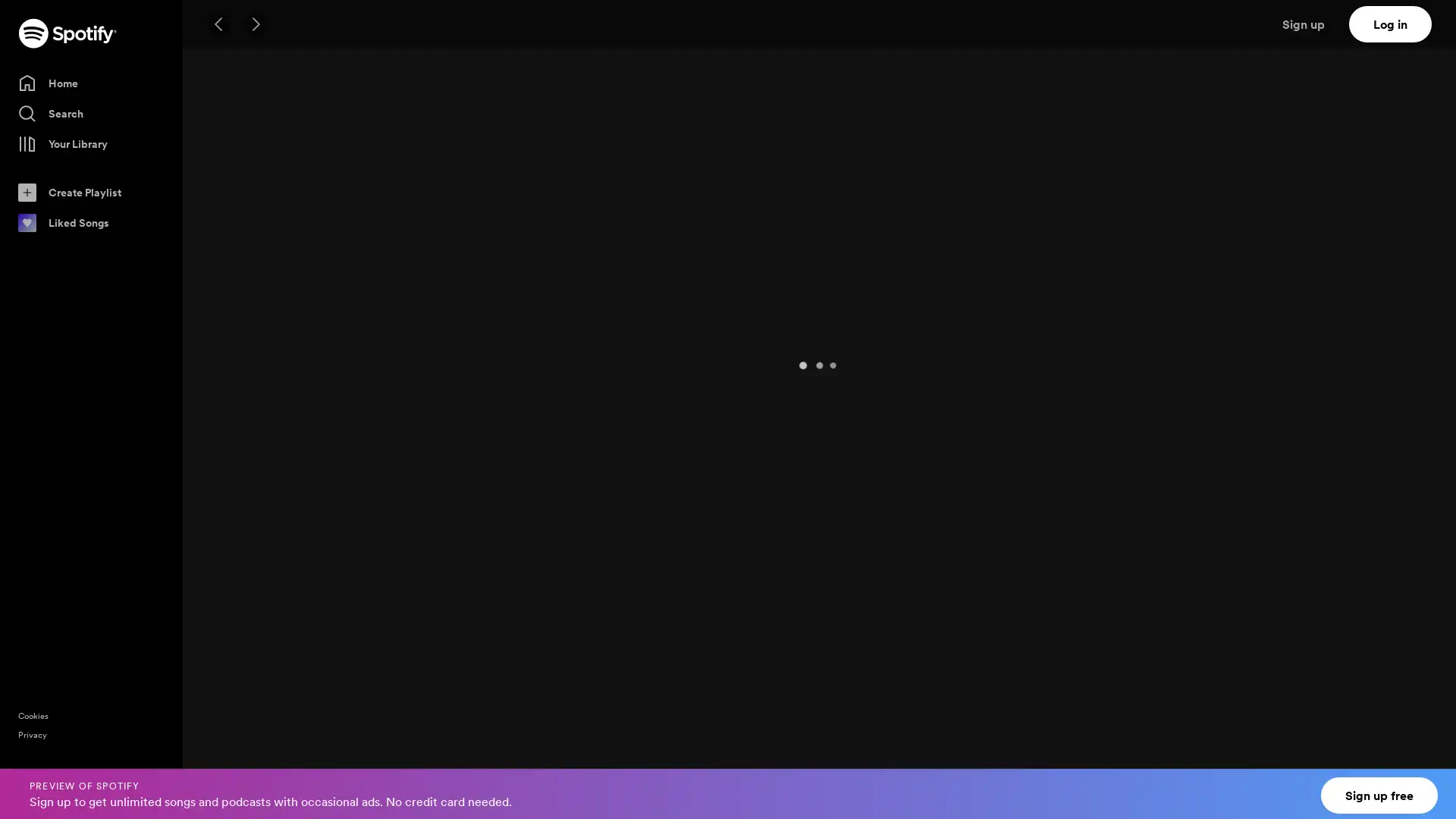 This screenshot has width=1456, height=819. Describe the element at coordinates (1379, 795) in the screenshot. I see `Sign up free` at that location.